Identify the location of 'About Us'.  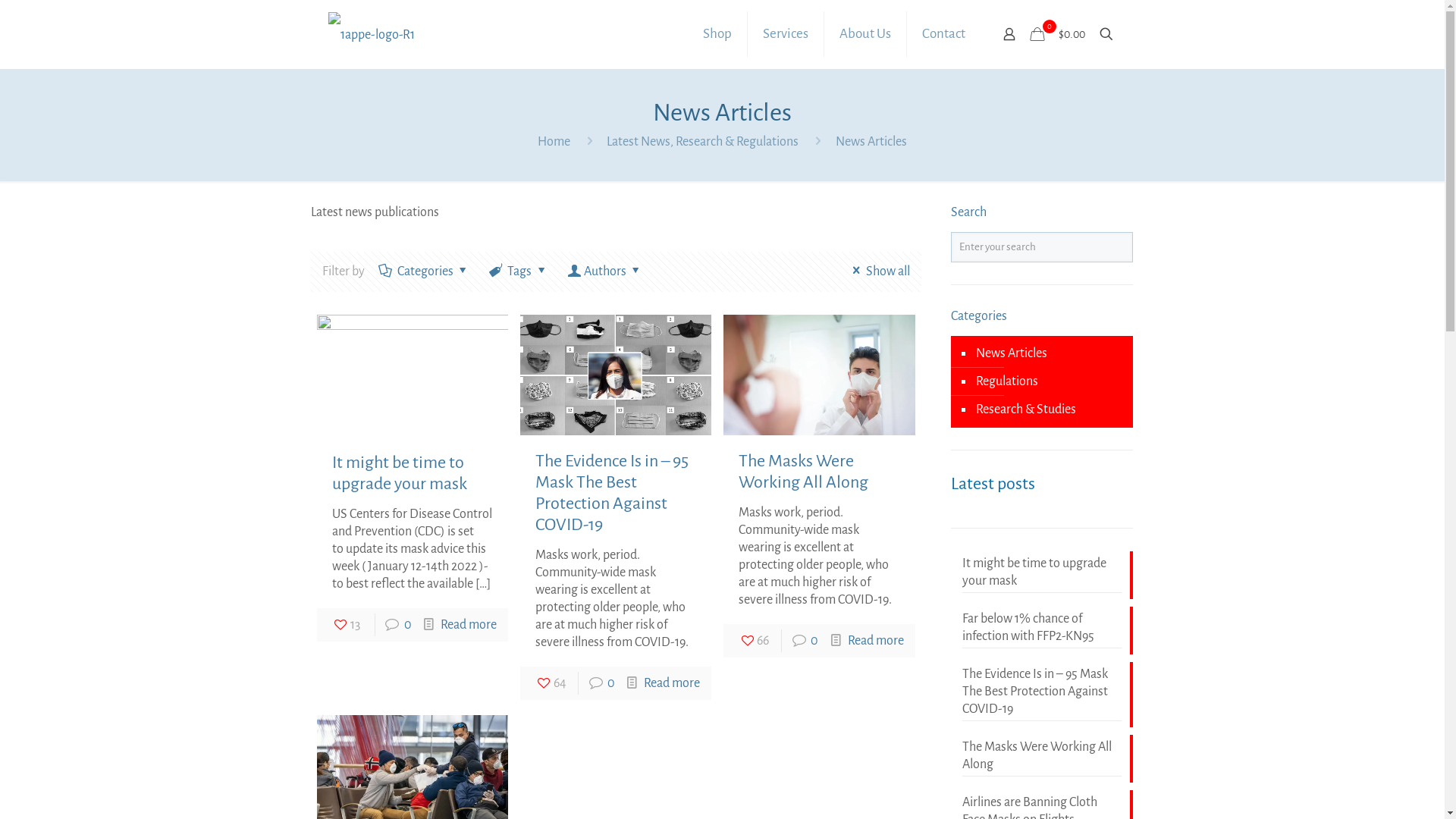
(865, 34).